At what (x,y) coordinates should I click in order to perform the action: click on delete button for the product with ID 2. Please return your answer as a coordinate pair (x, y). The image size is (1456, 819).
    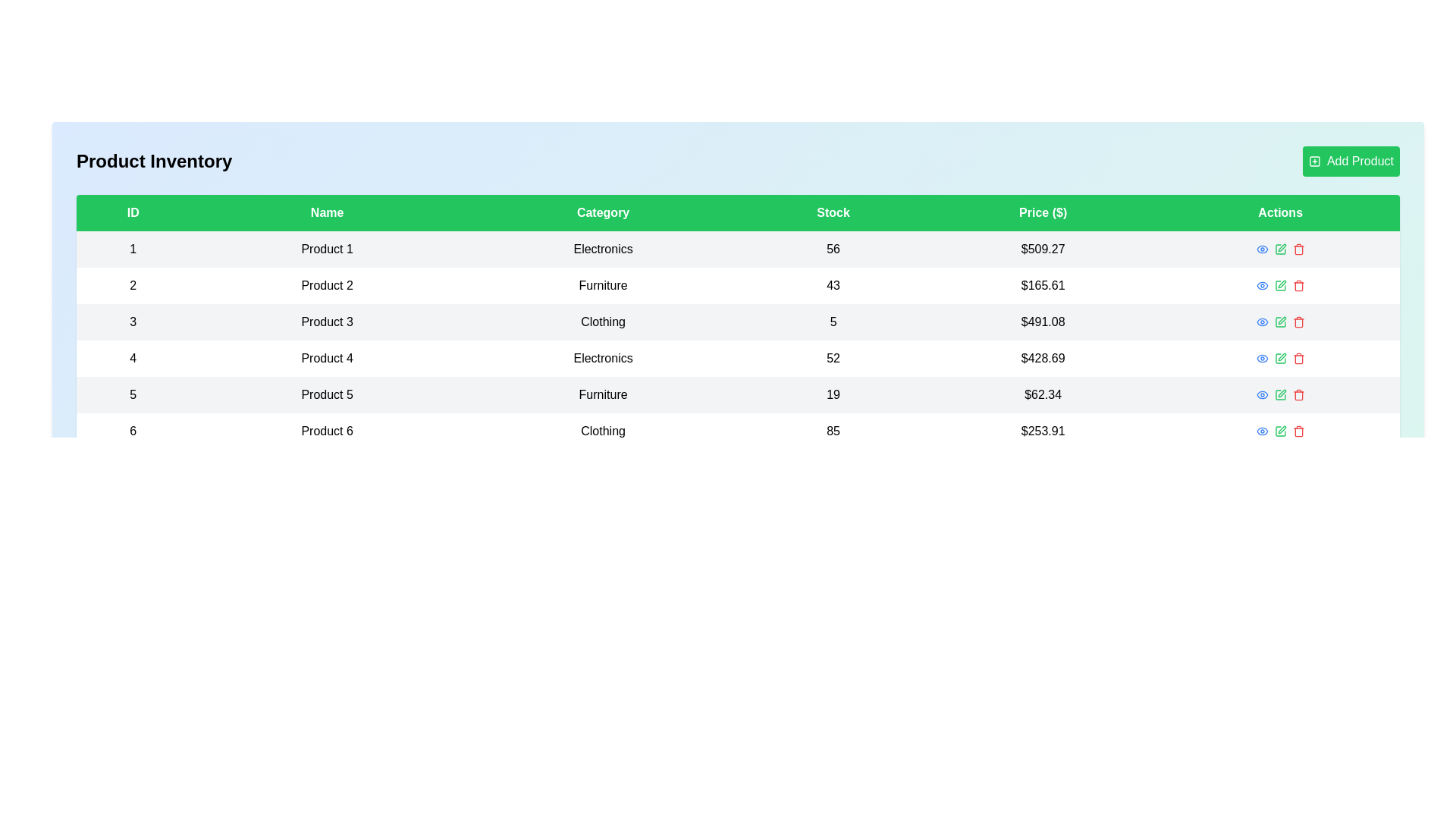
    Looking at the image, I should click on (1298, 286).